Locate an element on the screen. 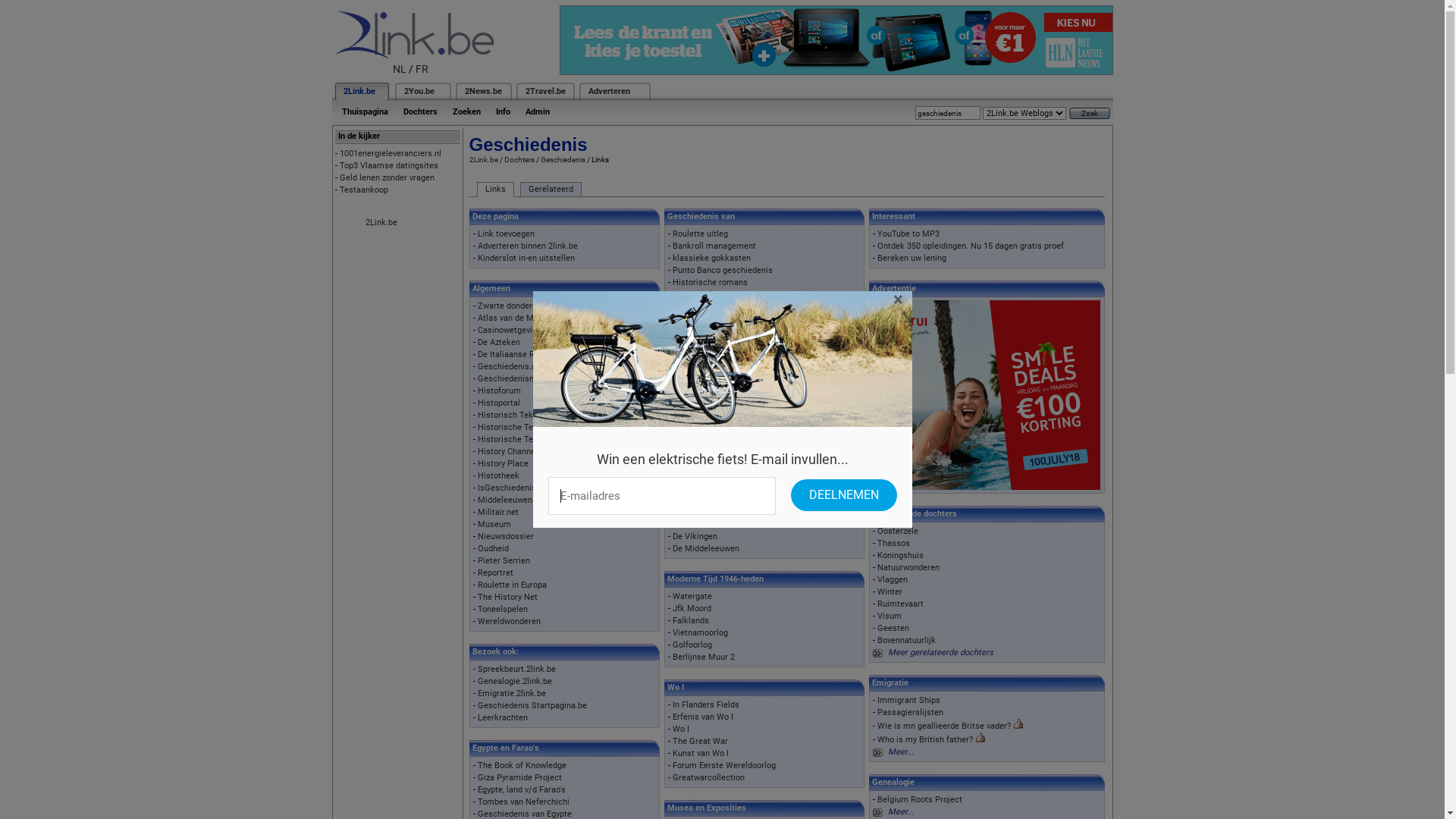 Image resolution: width=1456 pixels, height=819 pixels. 'Pieter Serrien' is located at coordinates (504, 560).